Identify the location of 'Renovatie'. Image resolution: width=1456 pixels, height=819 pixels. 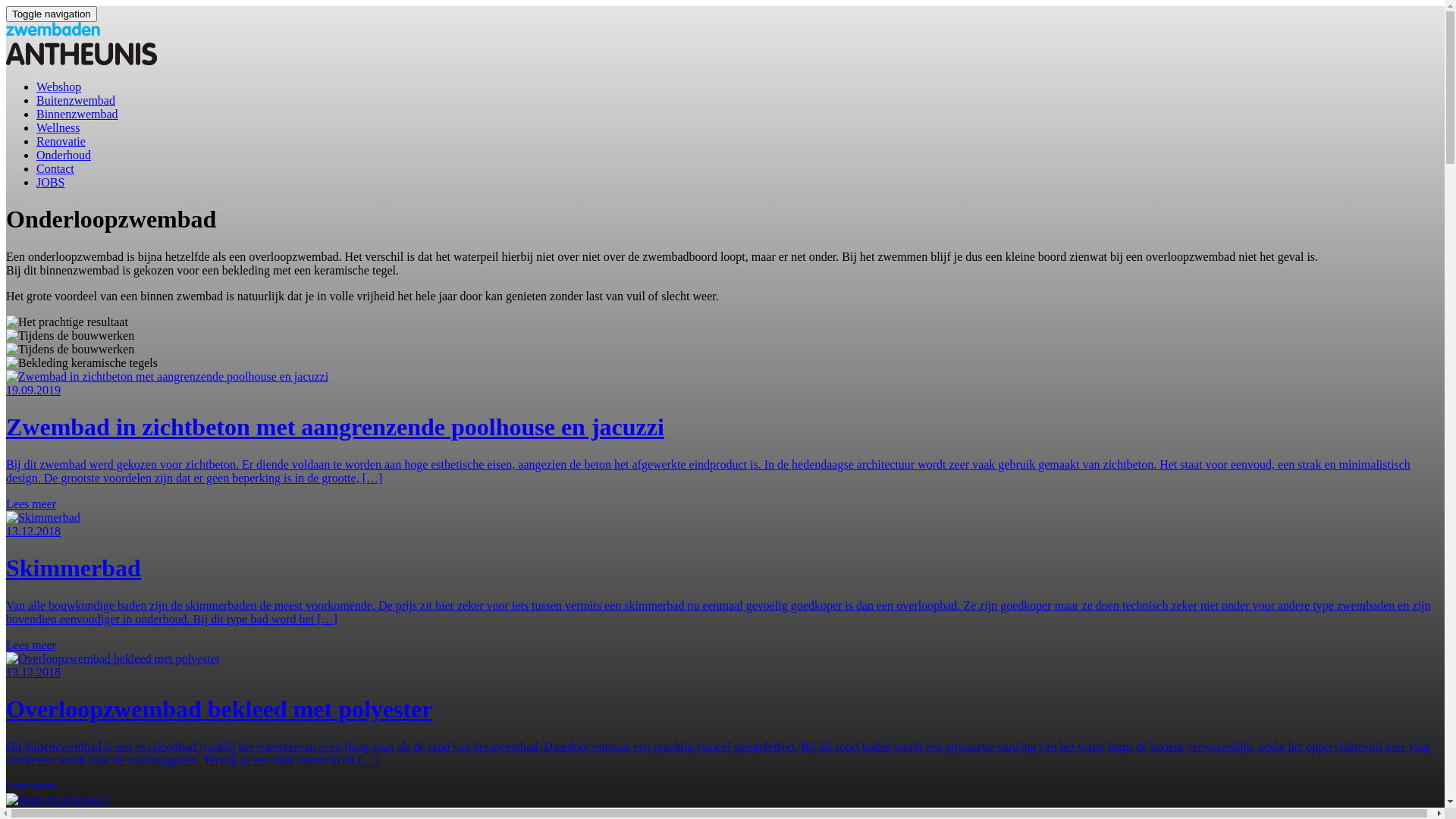
(61, 141).